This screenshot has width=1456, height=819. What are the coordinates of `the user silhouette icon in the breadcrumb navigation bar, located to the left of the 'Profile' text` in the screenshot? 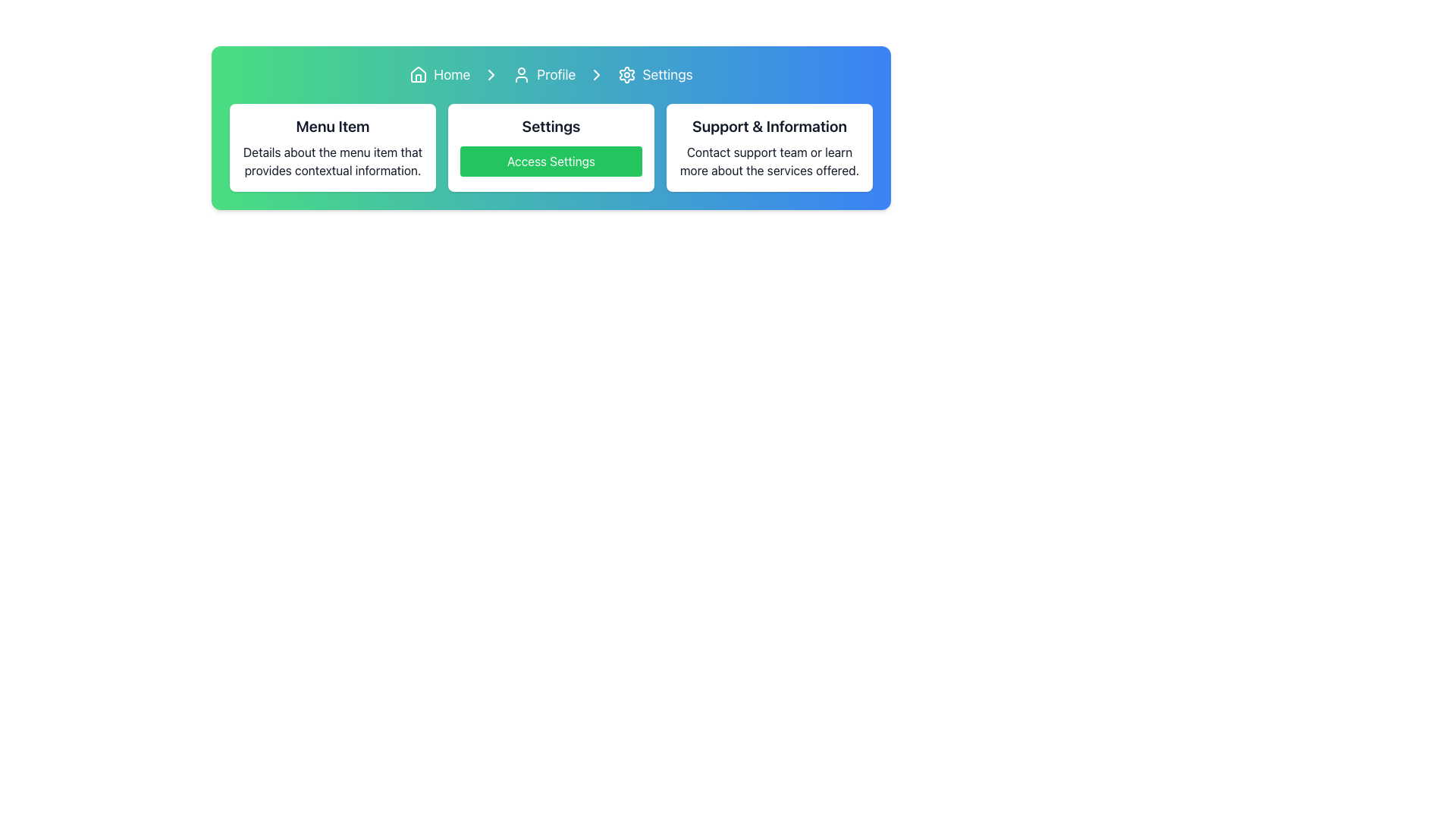 It's located at (522, 75).